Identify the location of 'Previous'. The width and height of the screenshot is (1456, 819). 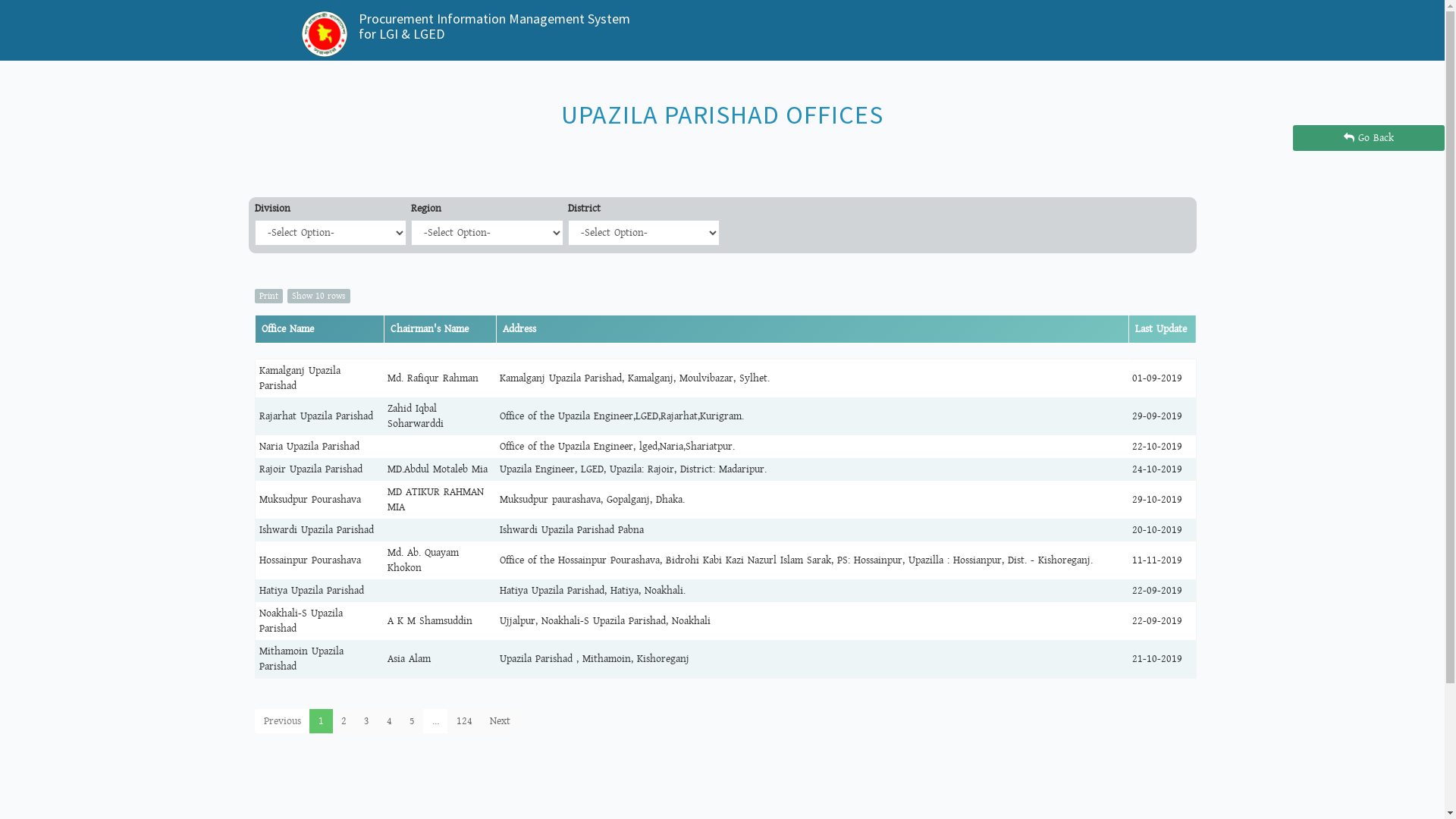
(282, 720).